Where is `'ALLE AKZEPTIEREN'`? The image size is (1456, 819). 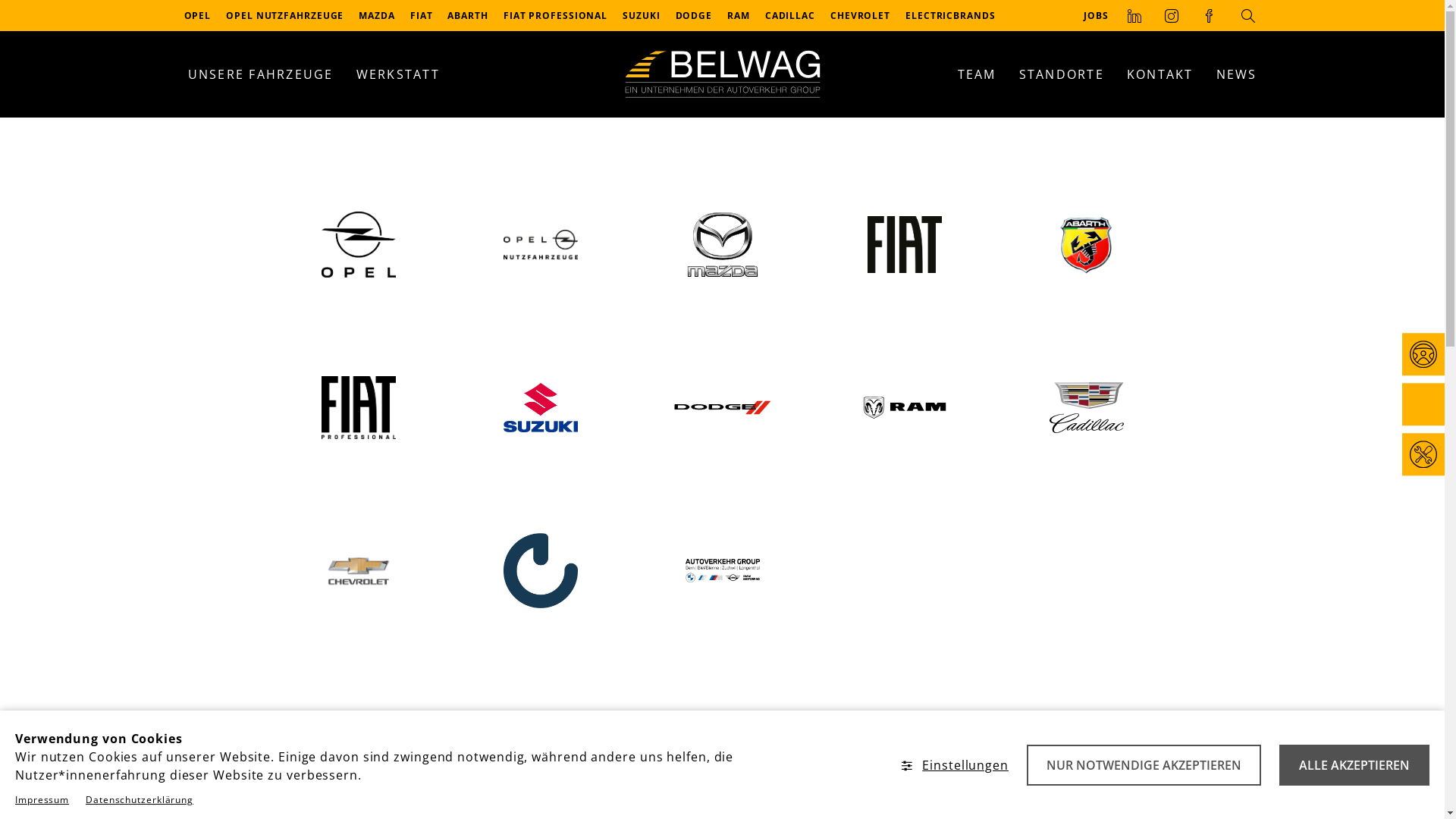
'ALLE AKZEPTIEREN' is located at coordinates (1354, 765).